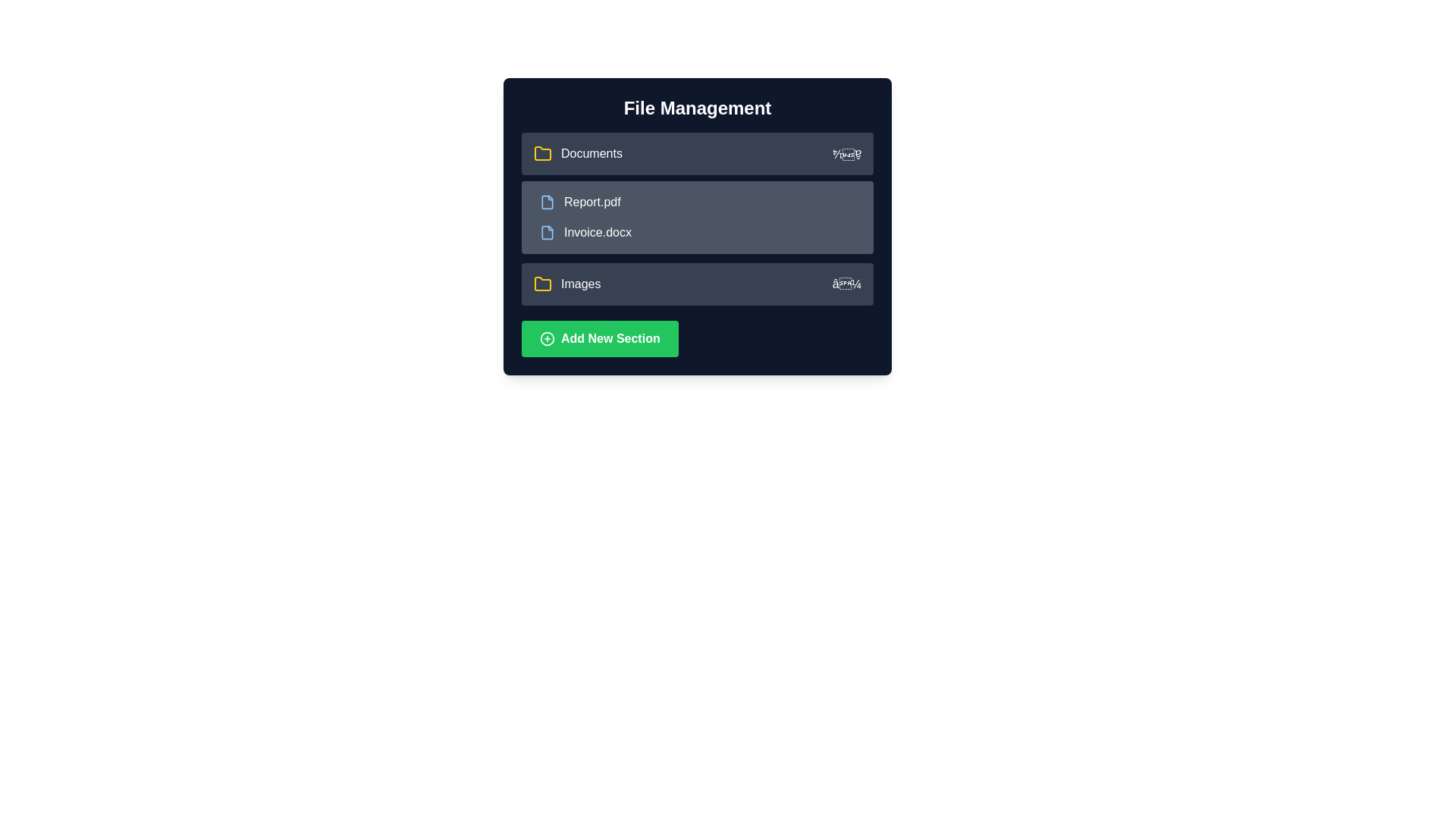 Image resolution: width=1456 pixels, height=819 pixels. I want to click on the collapse/expand icon positioned towards the right edge of the 'Images' row in the dropdown component, so click(846, 284).